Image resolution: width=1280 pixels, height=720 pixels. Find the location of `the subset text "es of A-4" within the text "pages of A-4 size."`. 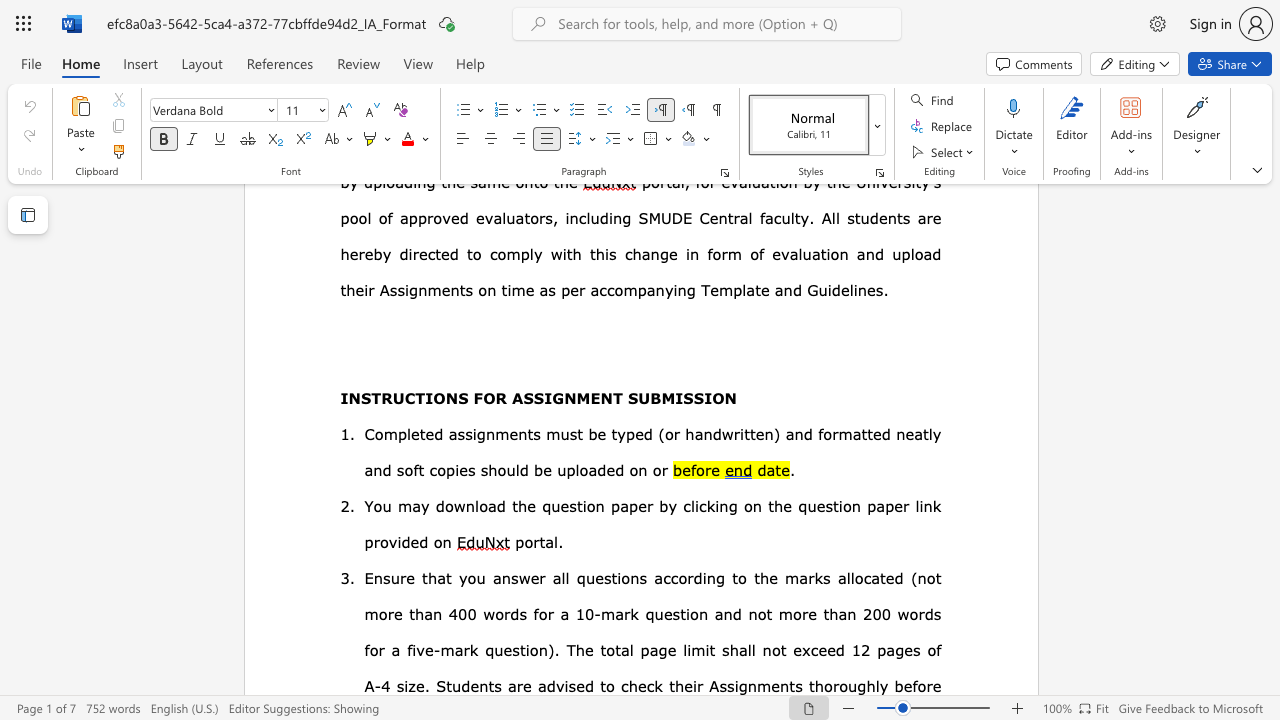

the subset text "es of A-4" within the text "pages of A-4 size." is located at coordinates (903, 650).